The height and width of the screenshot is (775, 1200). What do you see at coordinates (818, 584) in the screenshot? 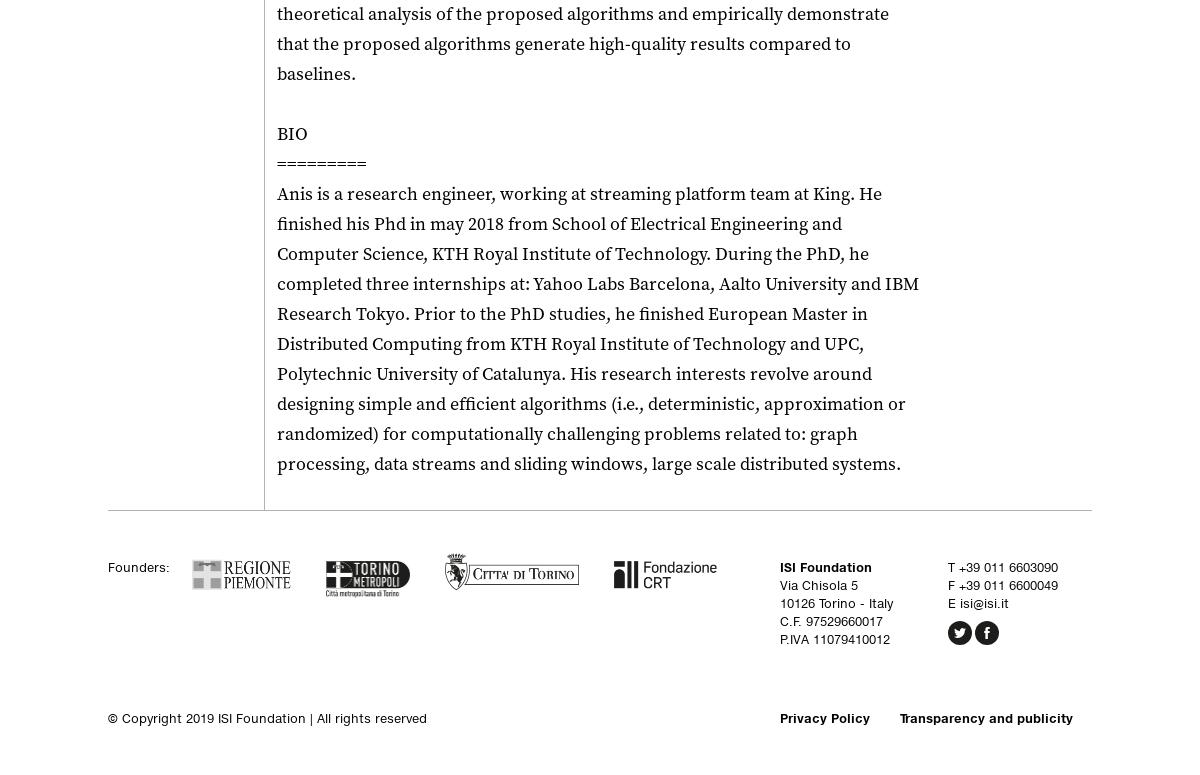
I see `'Via Chisola 5'` at bounding box center [818, 584].